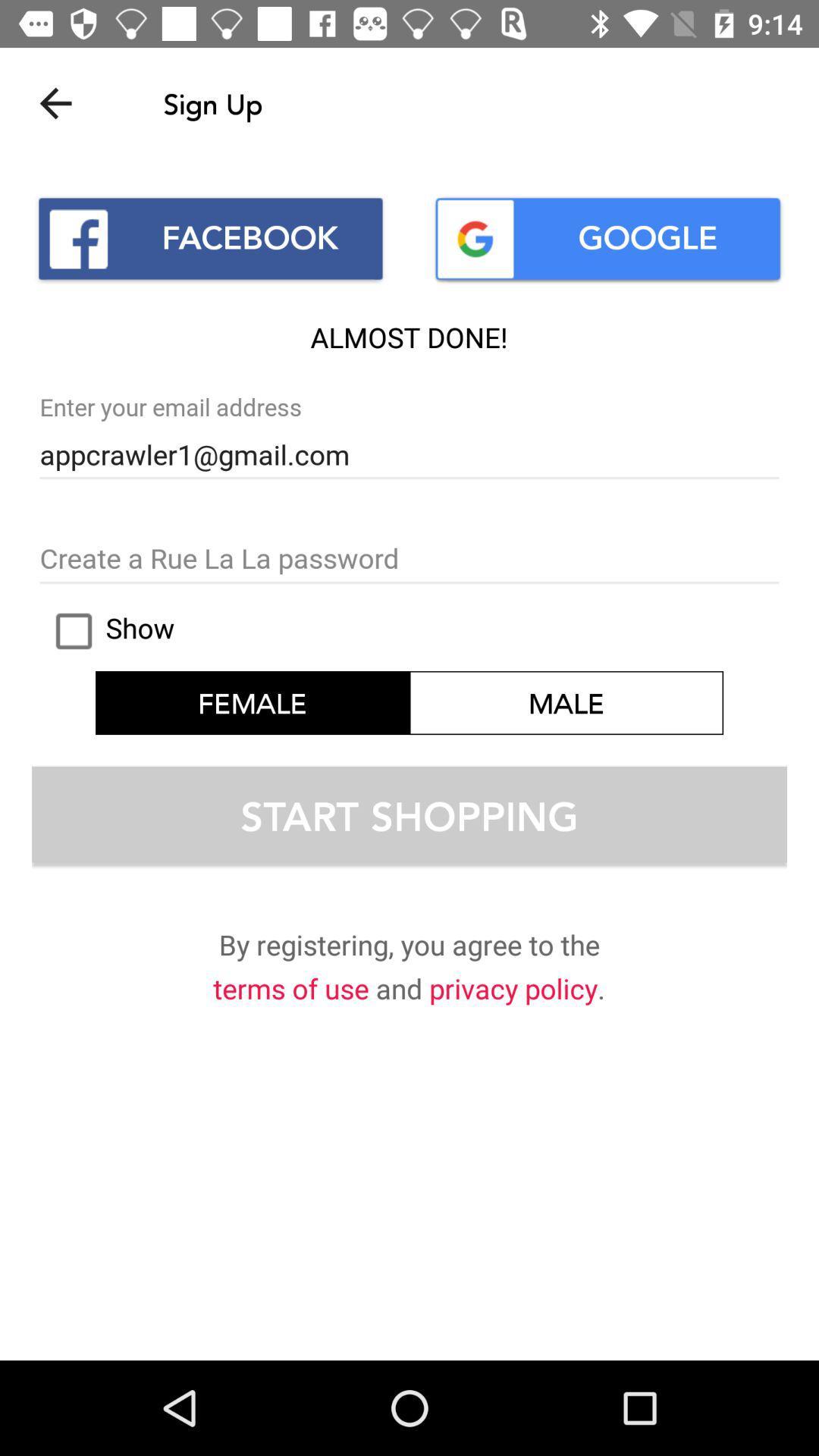 This screenshot has width=819, height=1456. I want to click on advertisement page, so click(409, 559).